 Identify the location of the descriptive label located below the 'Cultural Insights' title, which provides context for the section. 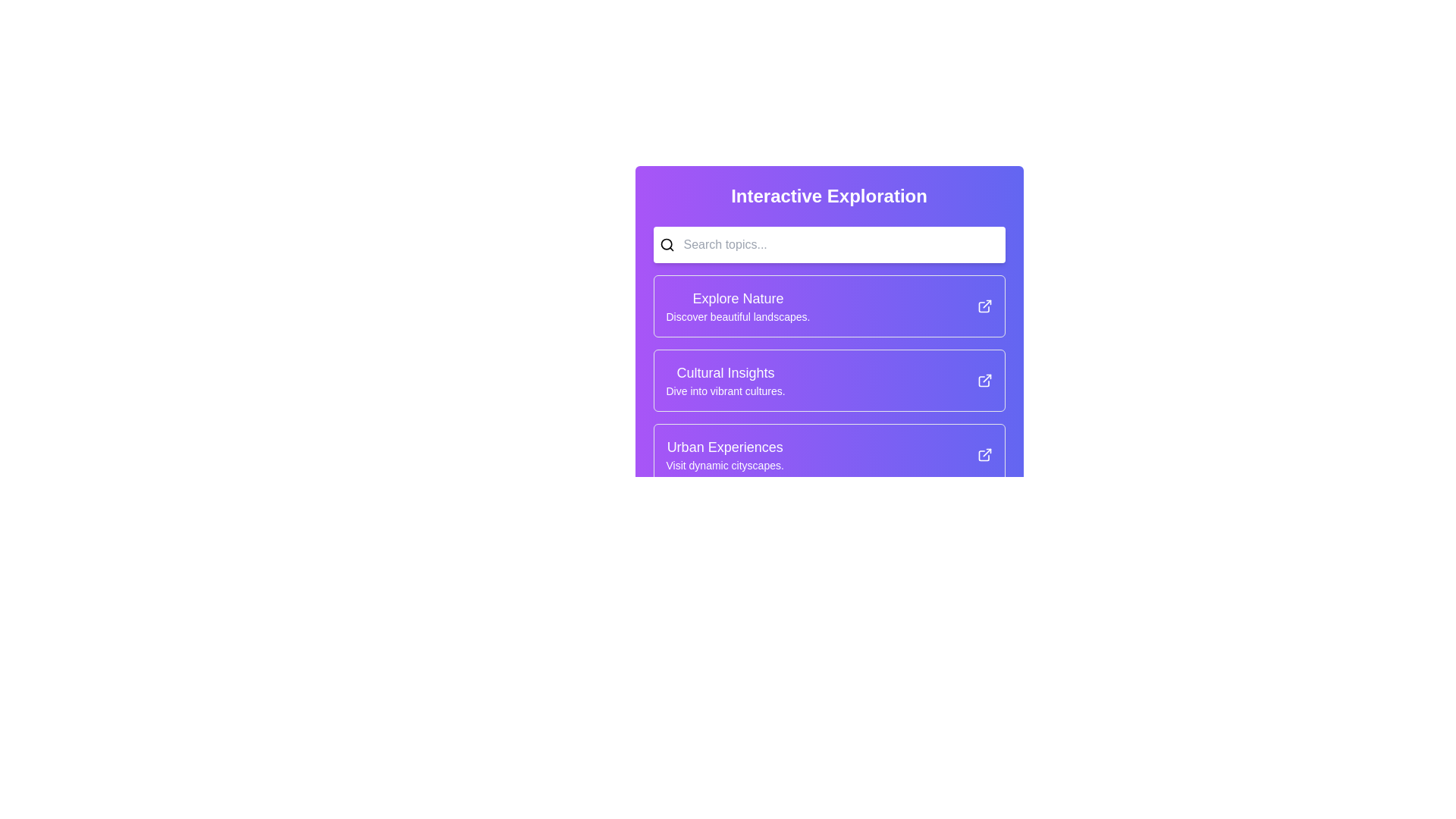
(725, 391).